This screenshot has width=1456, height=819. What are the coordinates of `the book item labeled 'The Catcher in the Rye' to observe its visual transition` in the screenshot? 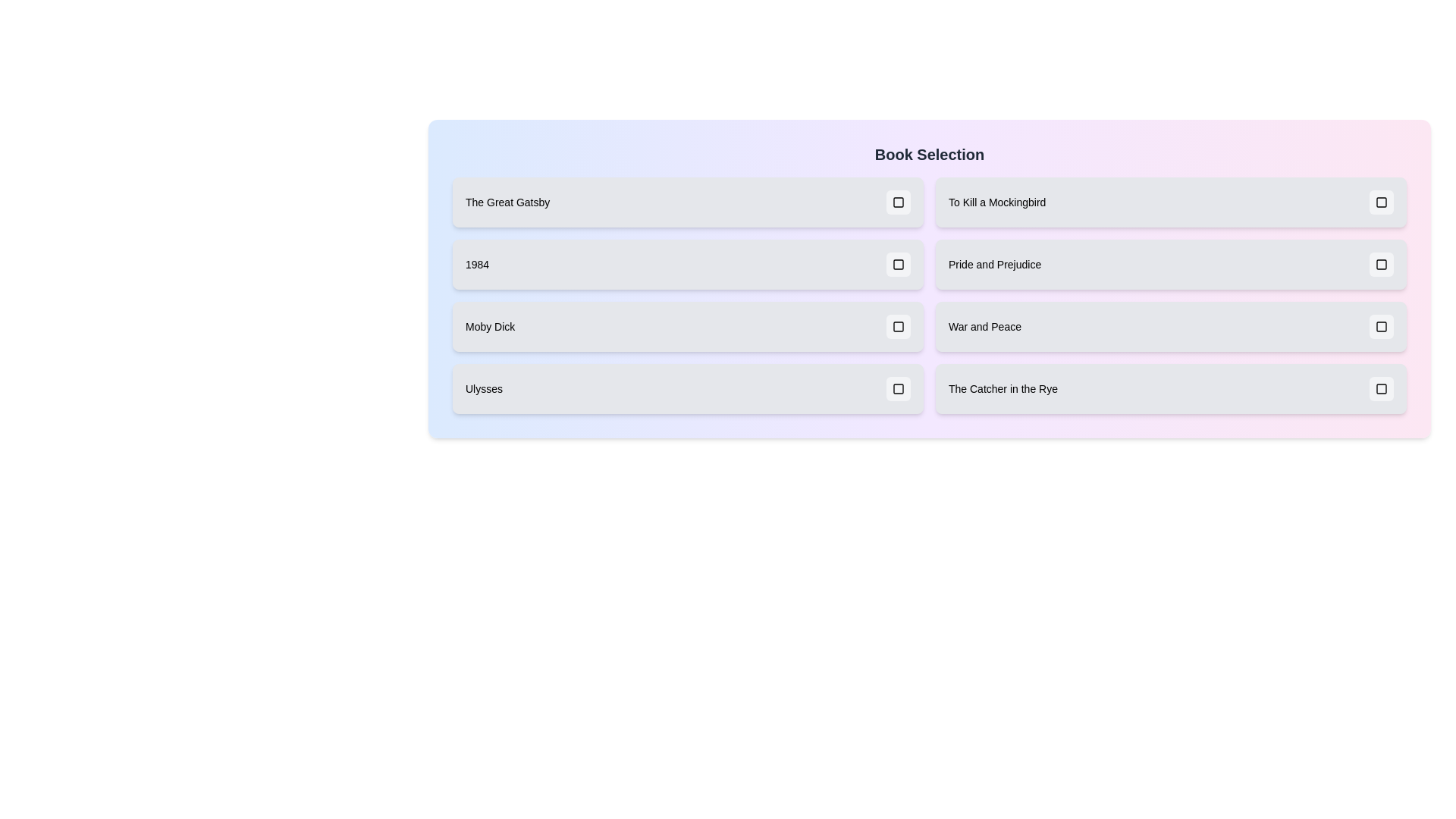 It's located at (1170, 388).